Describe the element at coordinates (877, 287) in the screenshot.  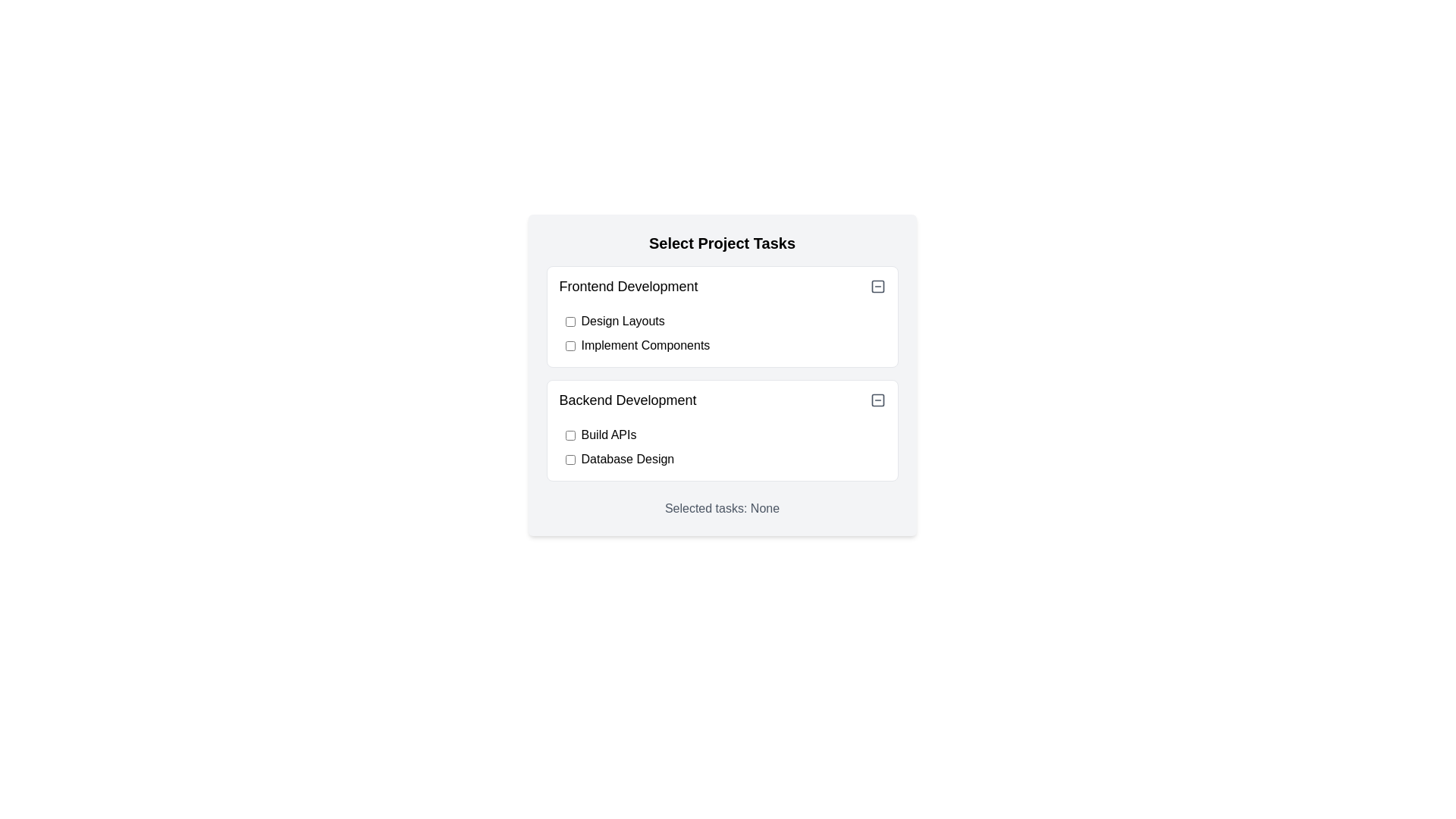
I see `the rounded square-shaped icon located in the top-right corner of the 'Frontend Development' section` at that location.